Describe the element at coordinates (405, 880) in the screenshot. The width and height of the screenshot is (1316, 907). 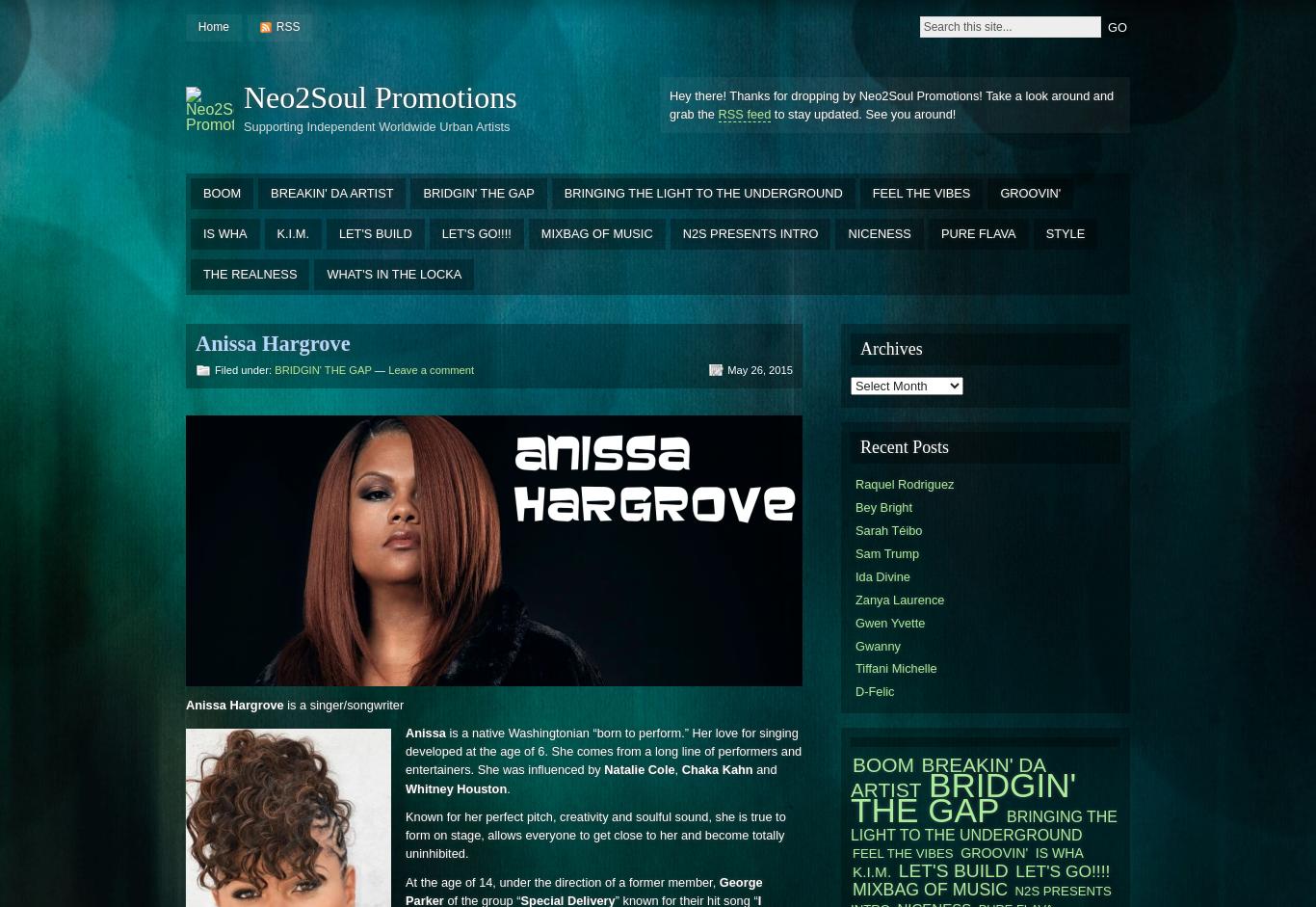
I see `'At the age of 14, under the direction of a former member,'` at that location.